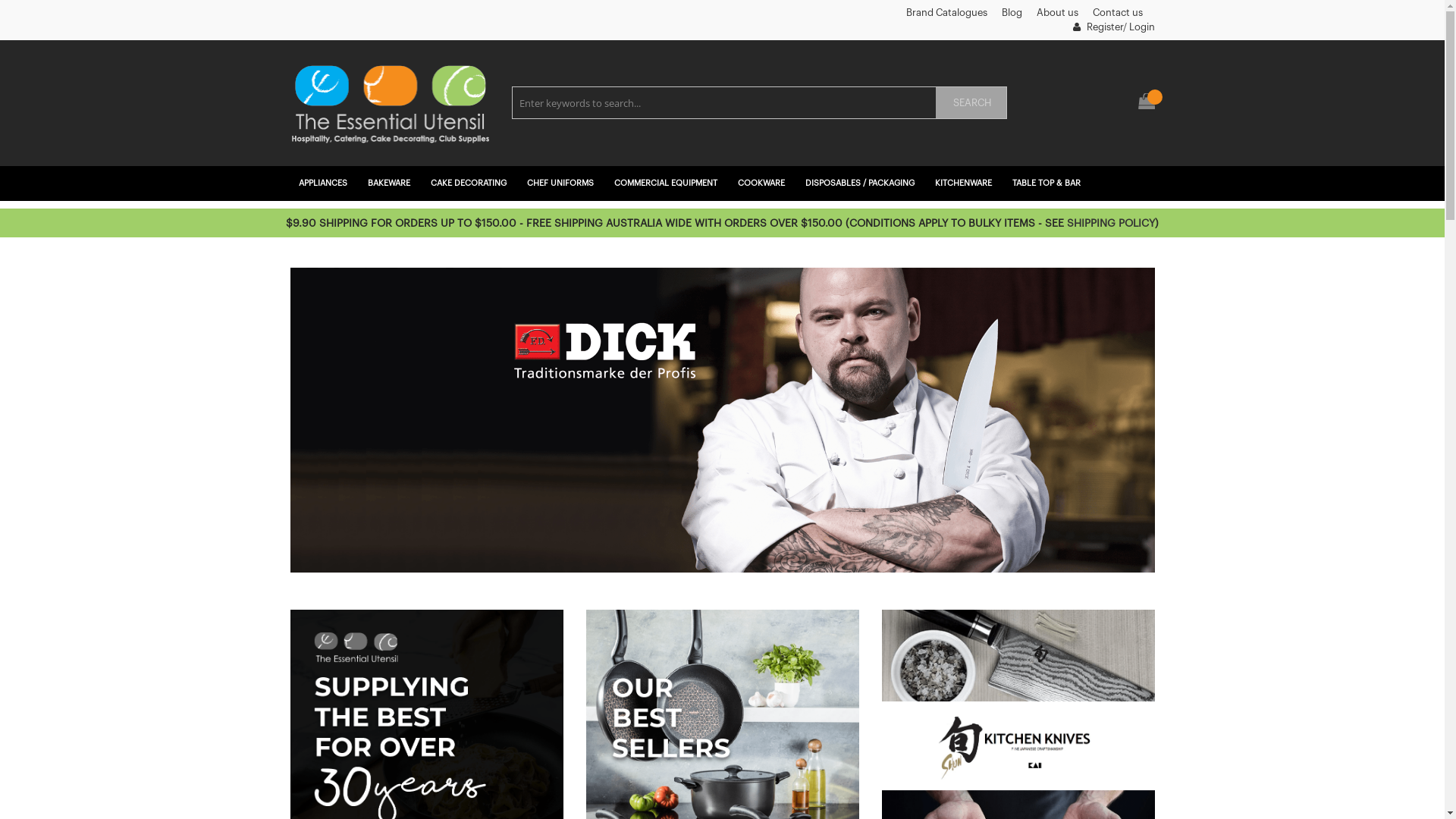 This screenshot has width=1456, height=819. I want to click on 'CAKE DECORATING', so click(469, 183).